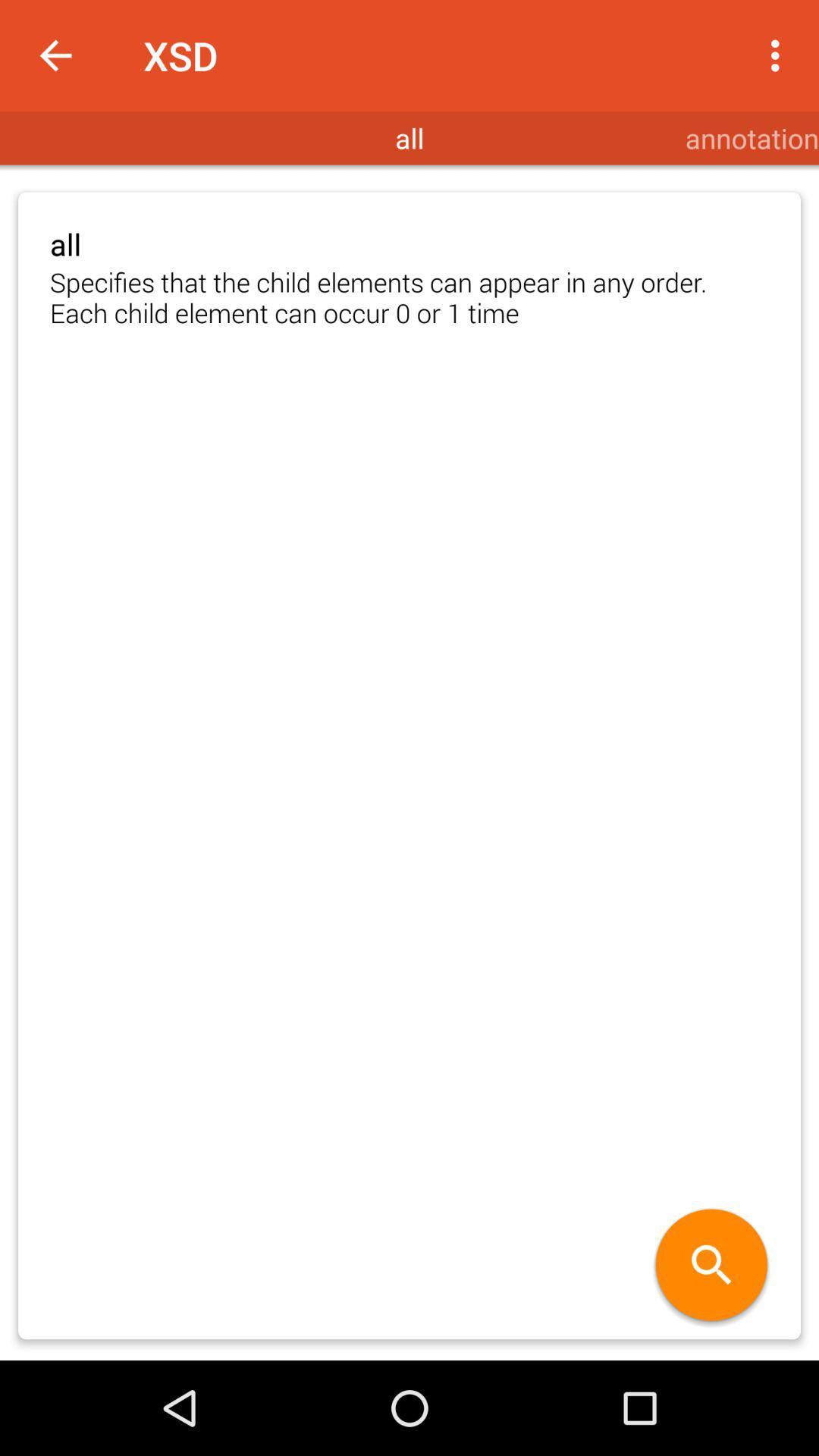 This screenshot has width=819, height=1456. I want to click on the item below specifies that the item, so click(711, 1266).